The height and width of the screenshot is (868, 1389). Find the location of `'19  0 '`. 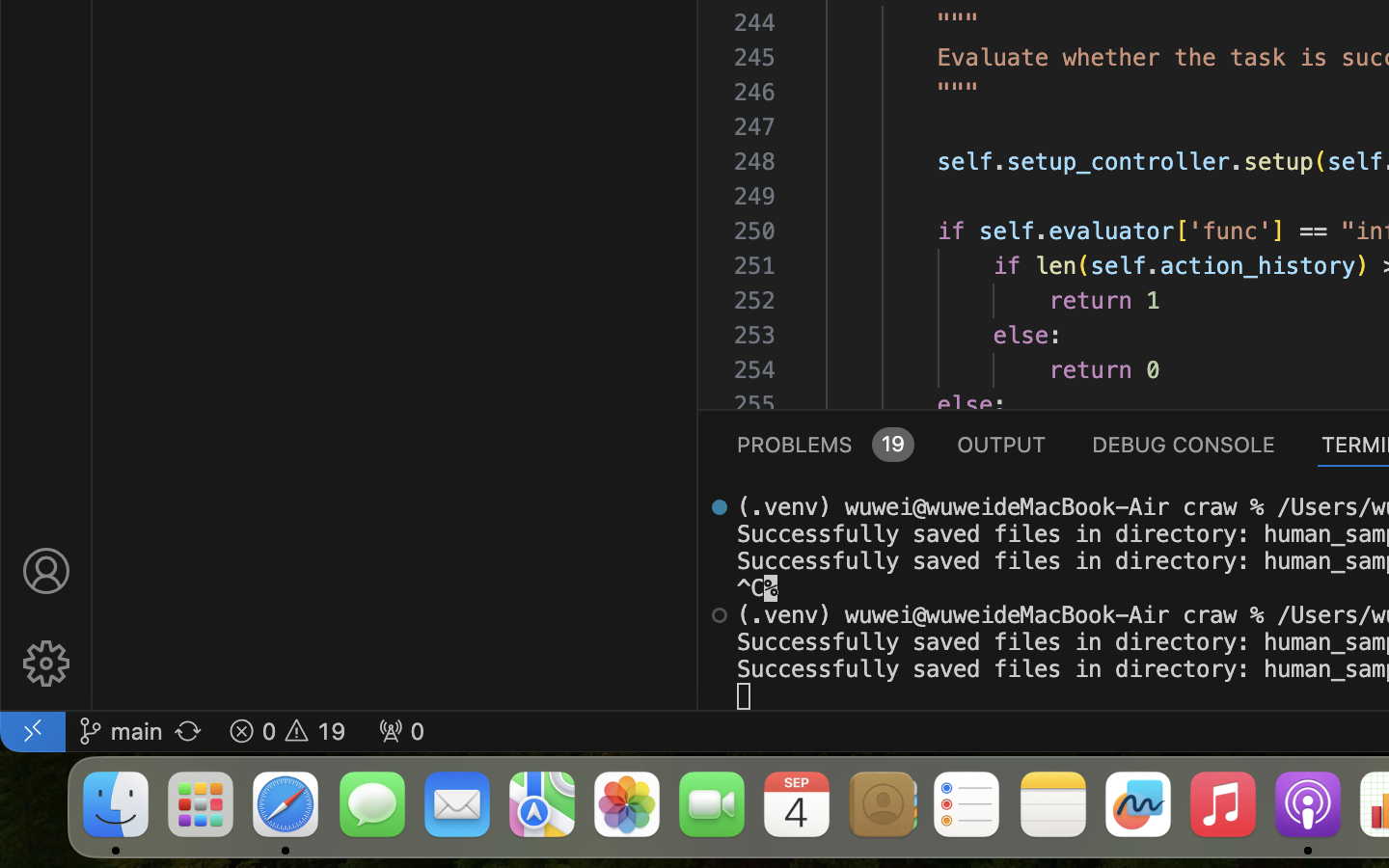

'19  0 ' is located at coordinates (286, 729).